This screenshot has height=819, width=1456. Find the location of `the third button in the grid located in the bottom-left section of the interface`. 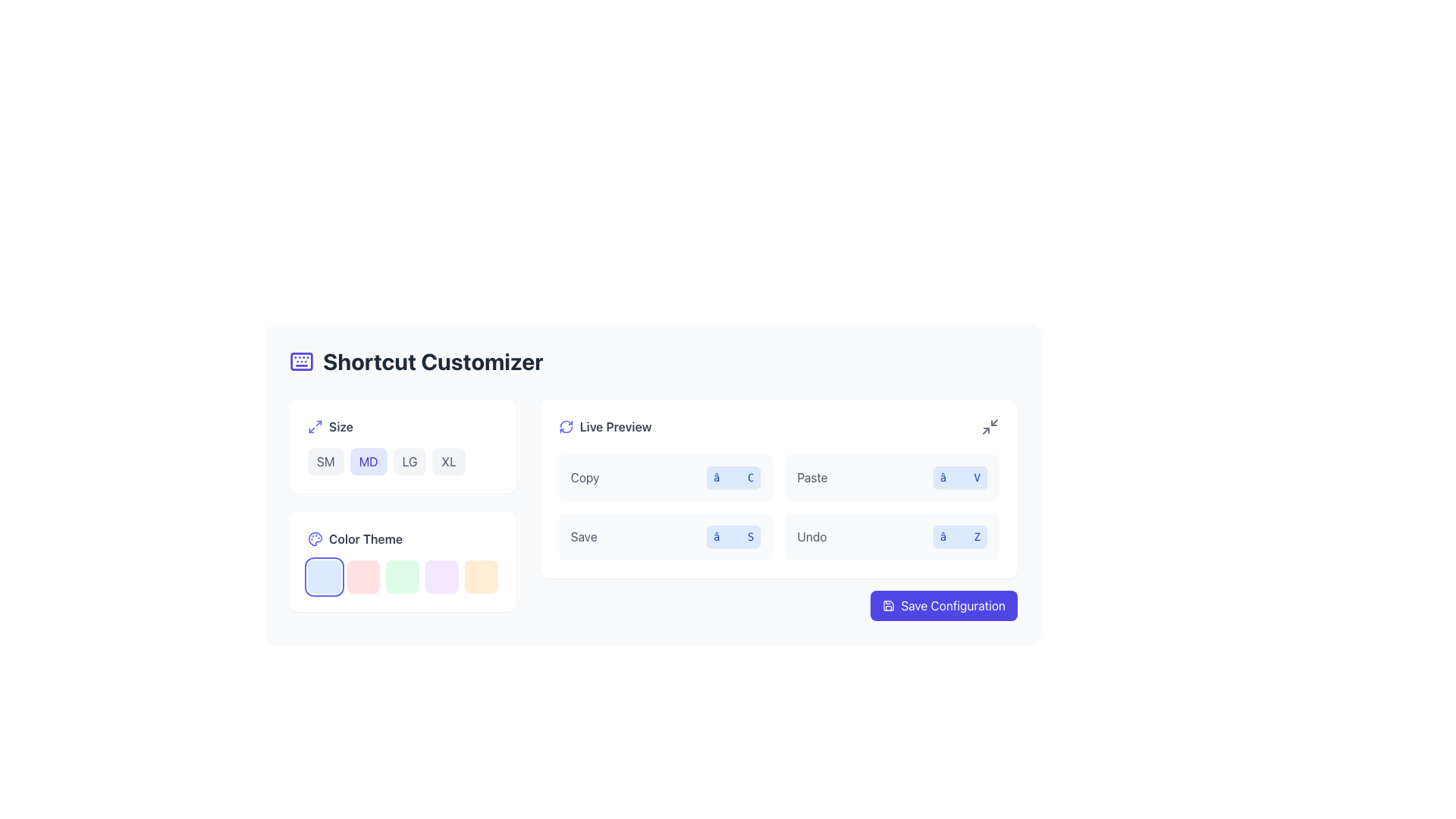

the third button in the grid located in the bottom-left section of the interface is located at coordinates (403, 576).